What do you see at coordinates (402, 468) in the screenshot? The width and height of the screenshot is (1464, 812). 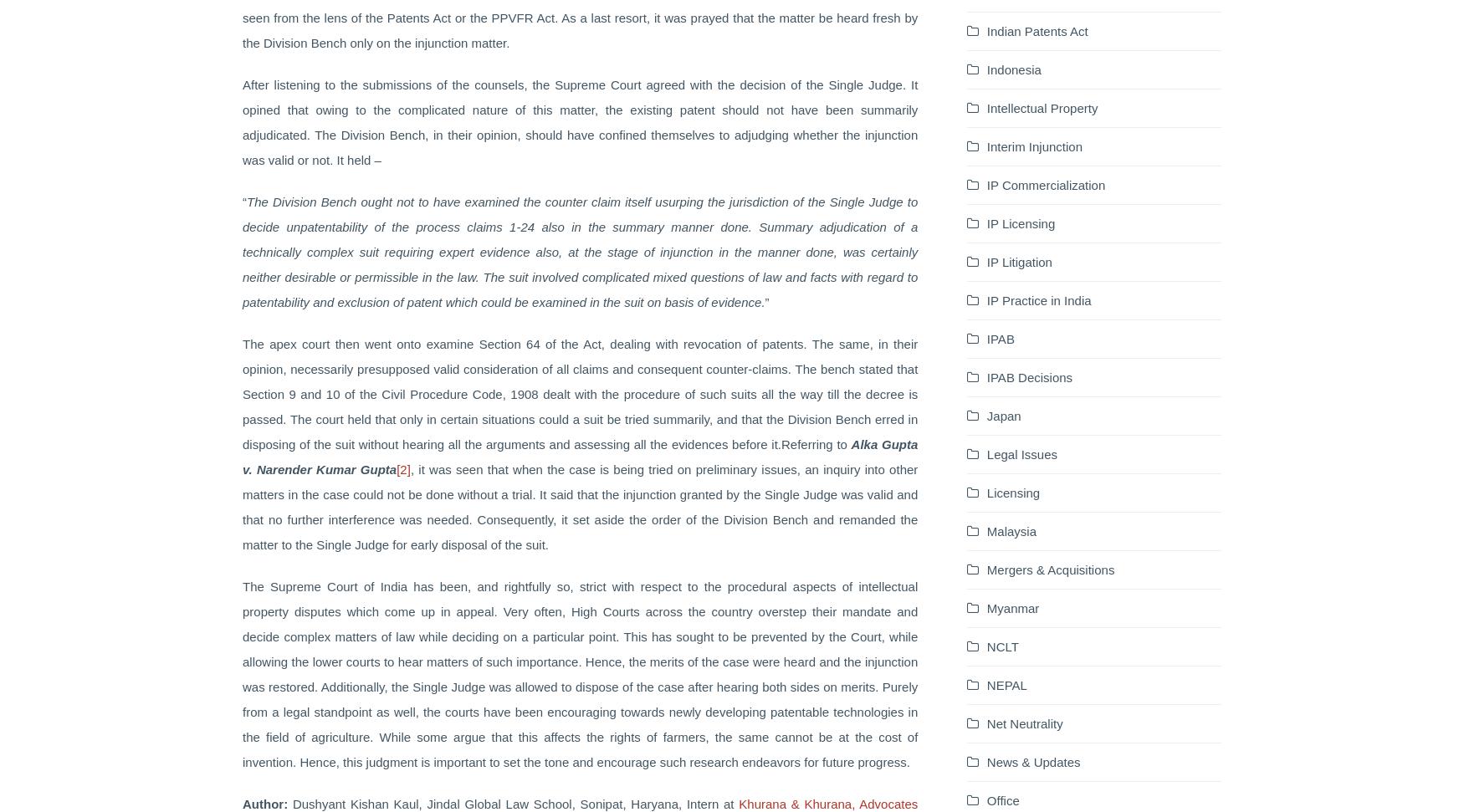 I see `'[2]'` at bounding box center [402, 468].